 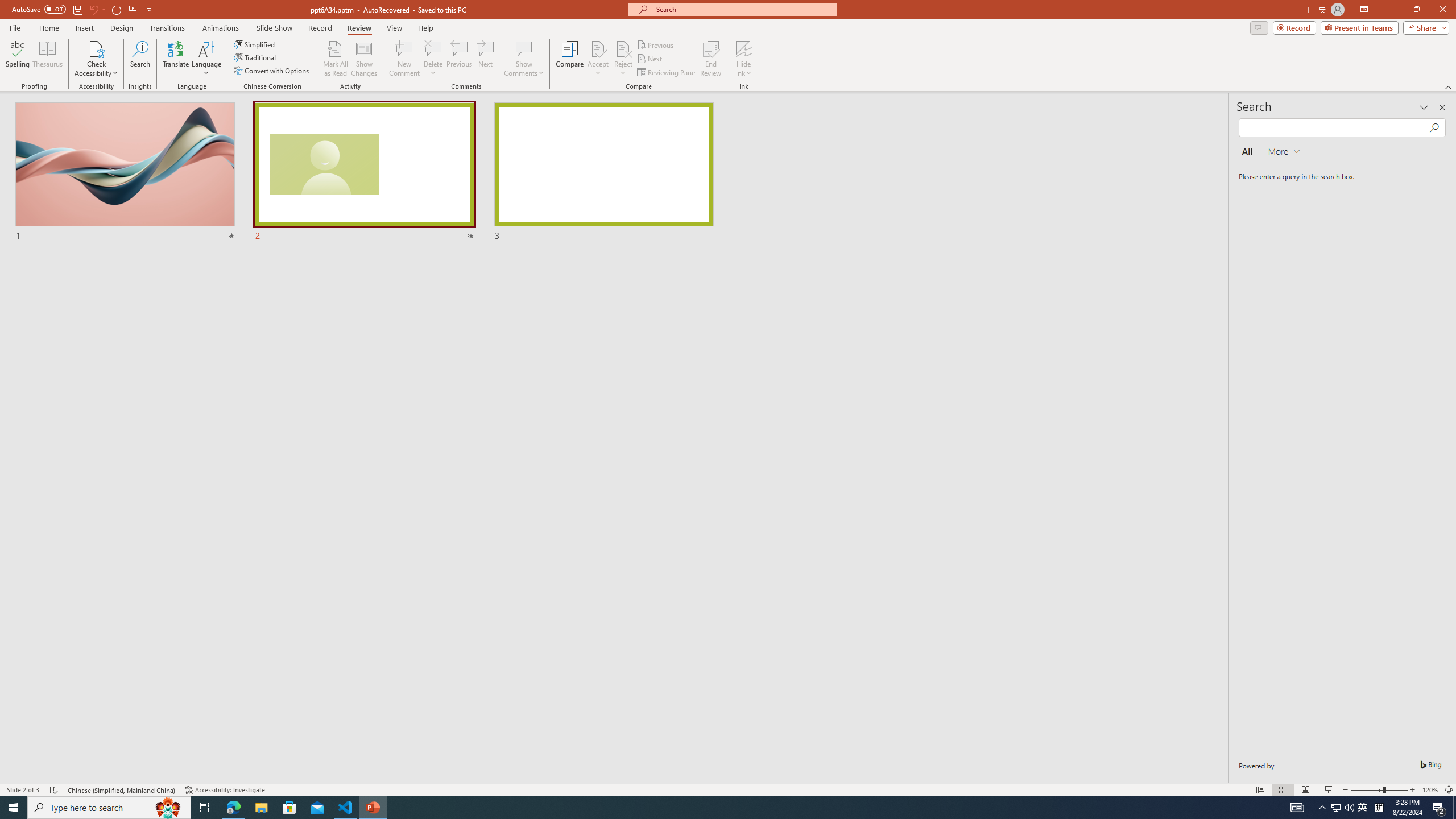 What do you see at coordinates (622, 48) in the screenshot?
I see `'Reject Change'` at bounding box center [622, 48].